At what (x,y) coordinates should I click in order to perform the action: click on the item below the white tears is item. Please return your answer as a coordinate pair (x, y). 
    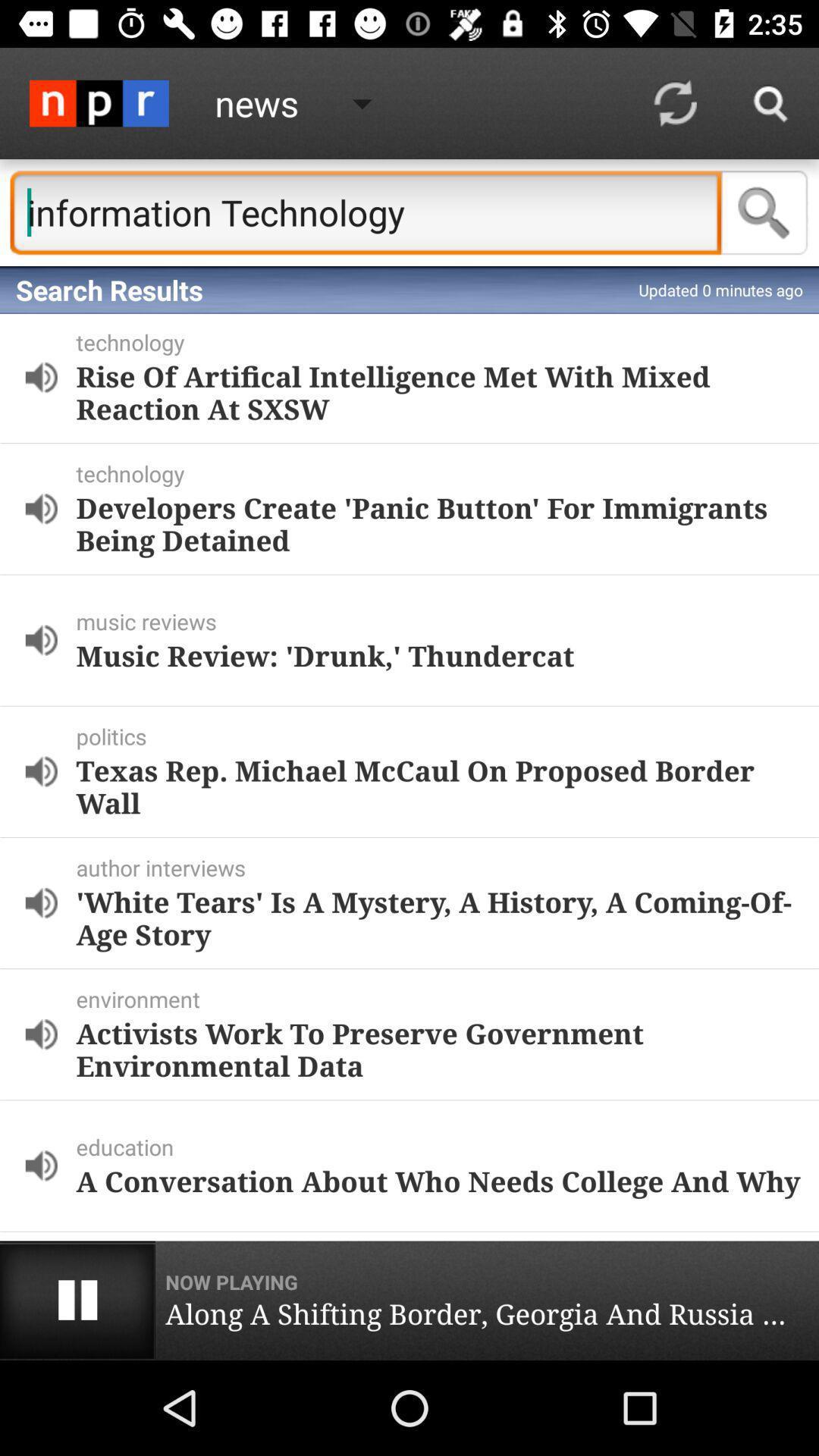
    Looking at the image, I should click on (444, 999).